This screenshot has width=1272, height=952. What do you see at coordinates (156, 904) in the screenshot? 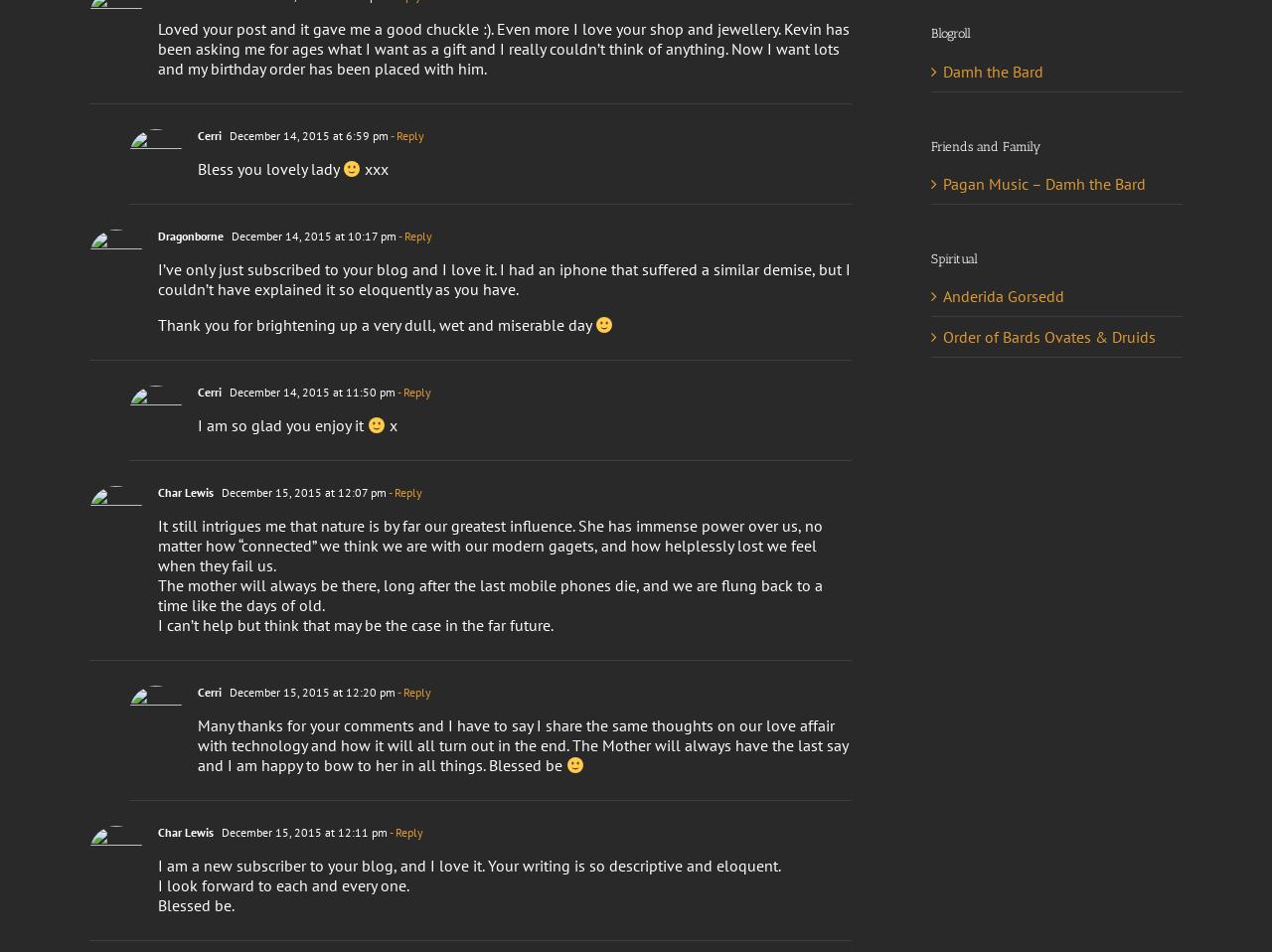
I see `'Blessed be.'` at bounding box center [156, 904].